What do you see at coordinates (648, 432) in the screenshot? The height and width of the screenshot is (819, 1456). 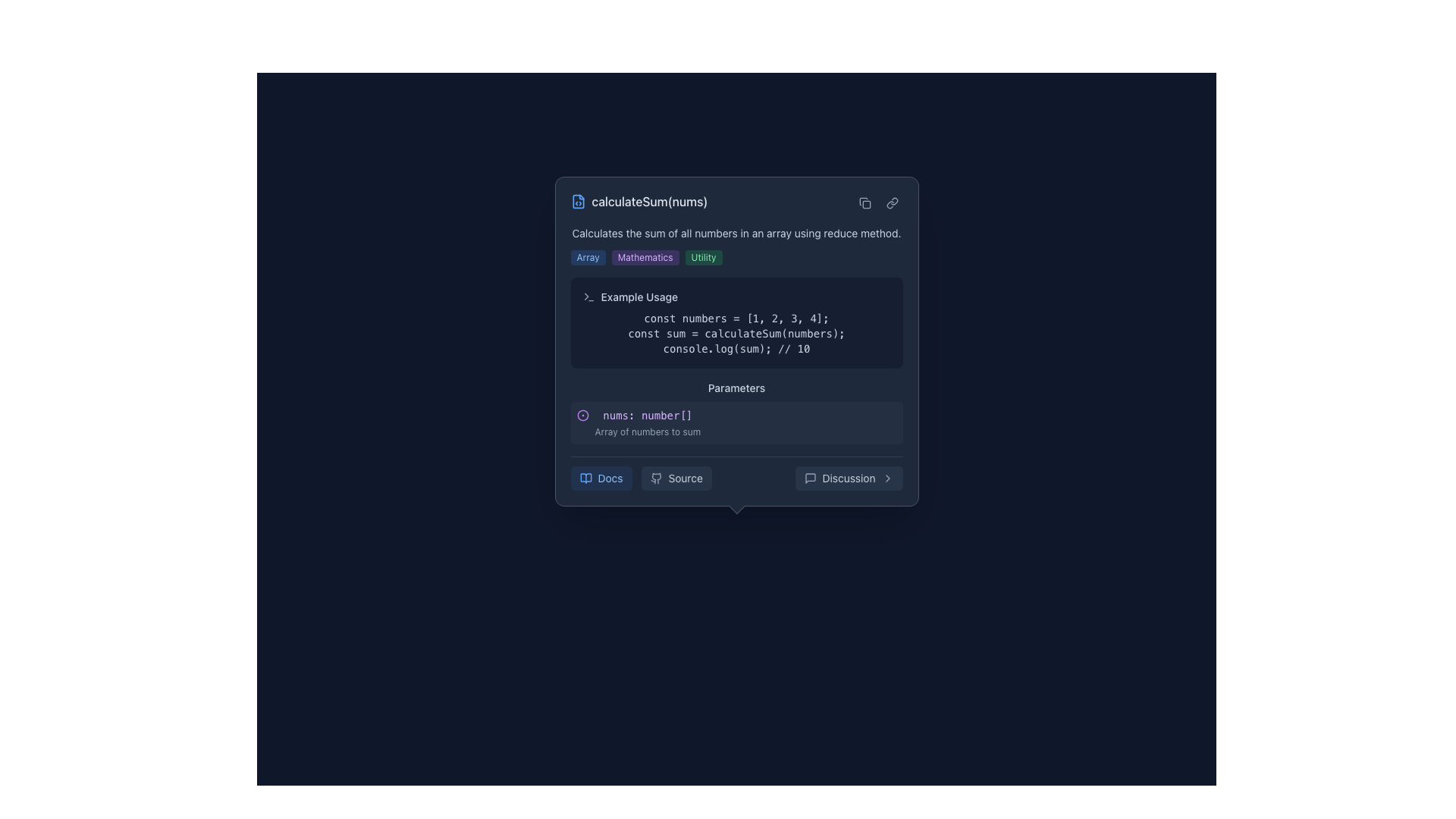 I see `text description located directly below the 'nums: number[]' parameter type specification in the 'Parameters' section of the function documentation panel to understand the expected input for the 'nums' parameter` at bounding box center [648, 432].